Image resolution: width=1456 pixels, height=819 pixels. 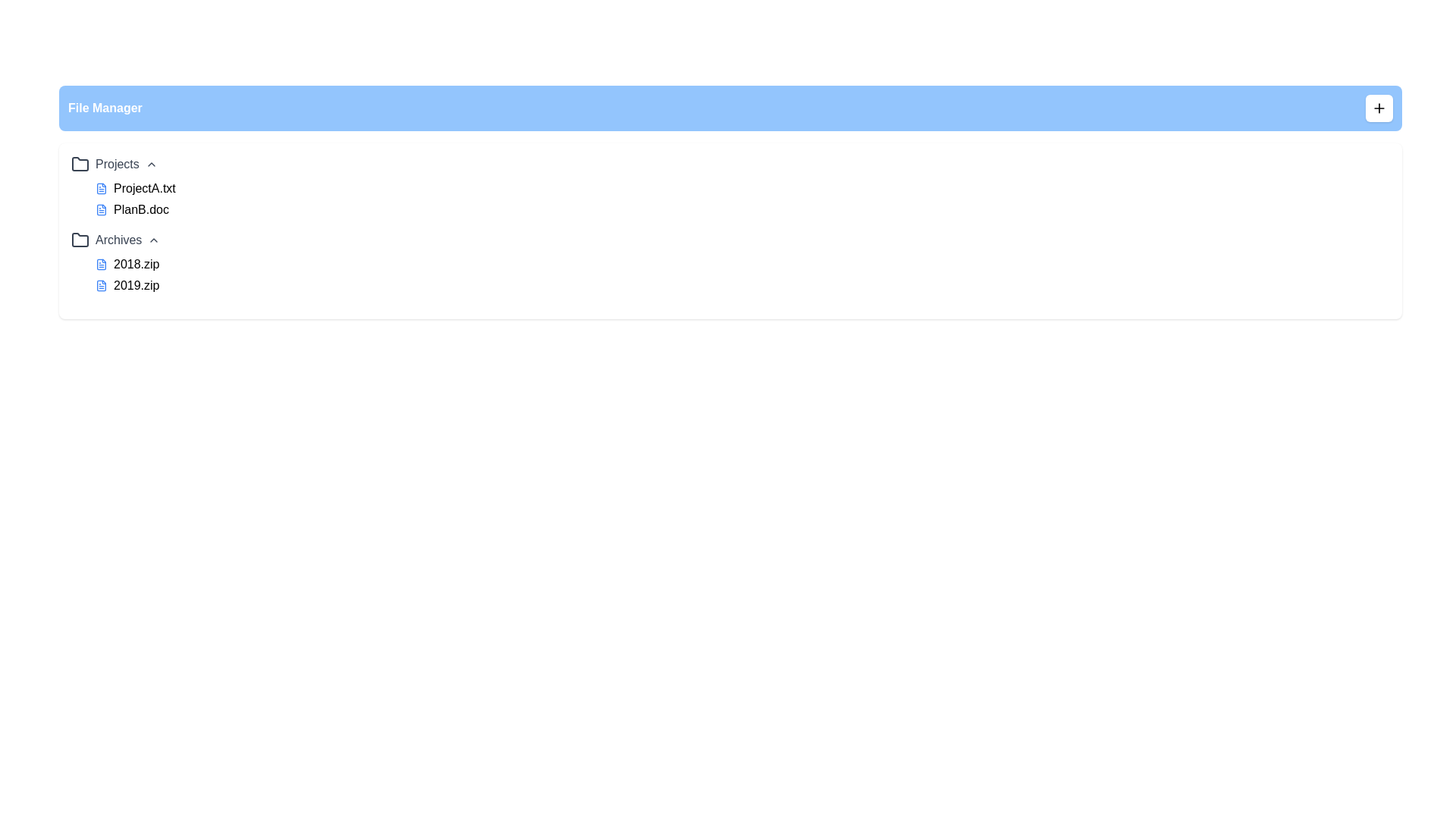 I want to click on the file icon representing 'ProjectA.txt' located in the 'Projects' section of the file manager, so click(x=101, y=188).